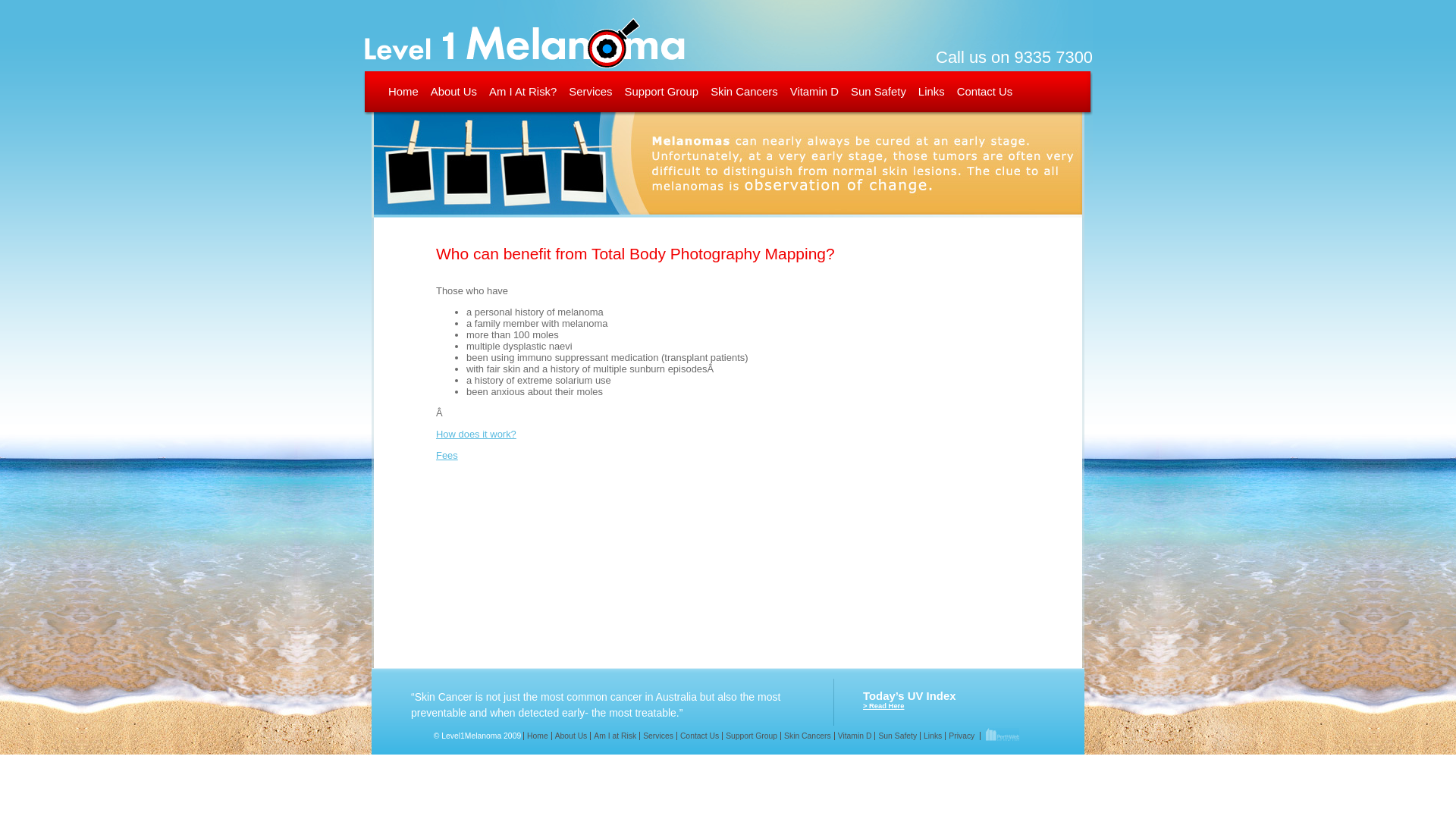 The width and height of the screenshot is (1456, 819). Describe the element at coordinates (878, 91) in the screenshot. I see `'Sun Safety'` at that location.